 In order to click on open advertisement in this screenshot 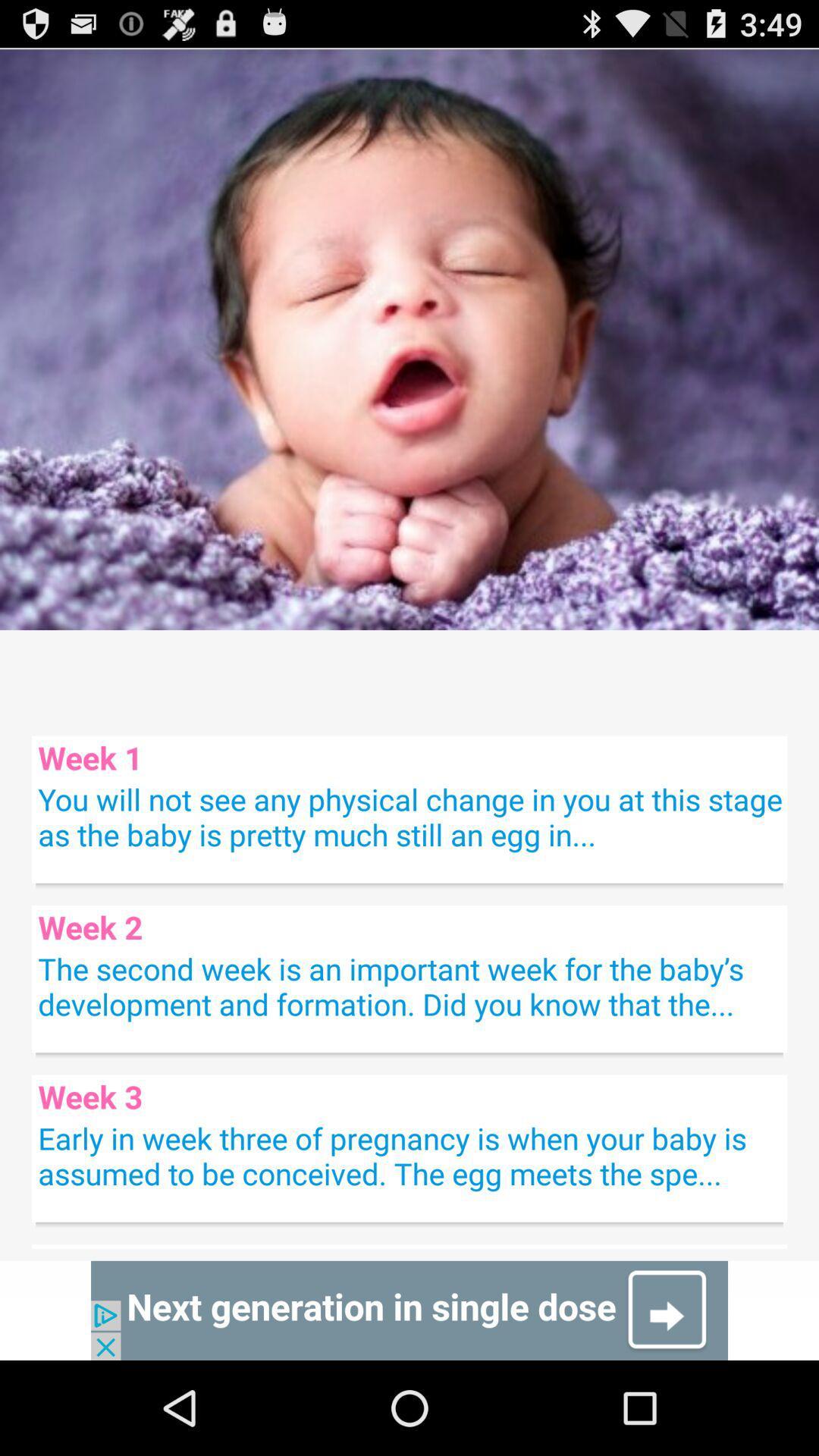, I will do `click(409, 1310)`.